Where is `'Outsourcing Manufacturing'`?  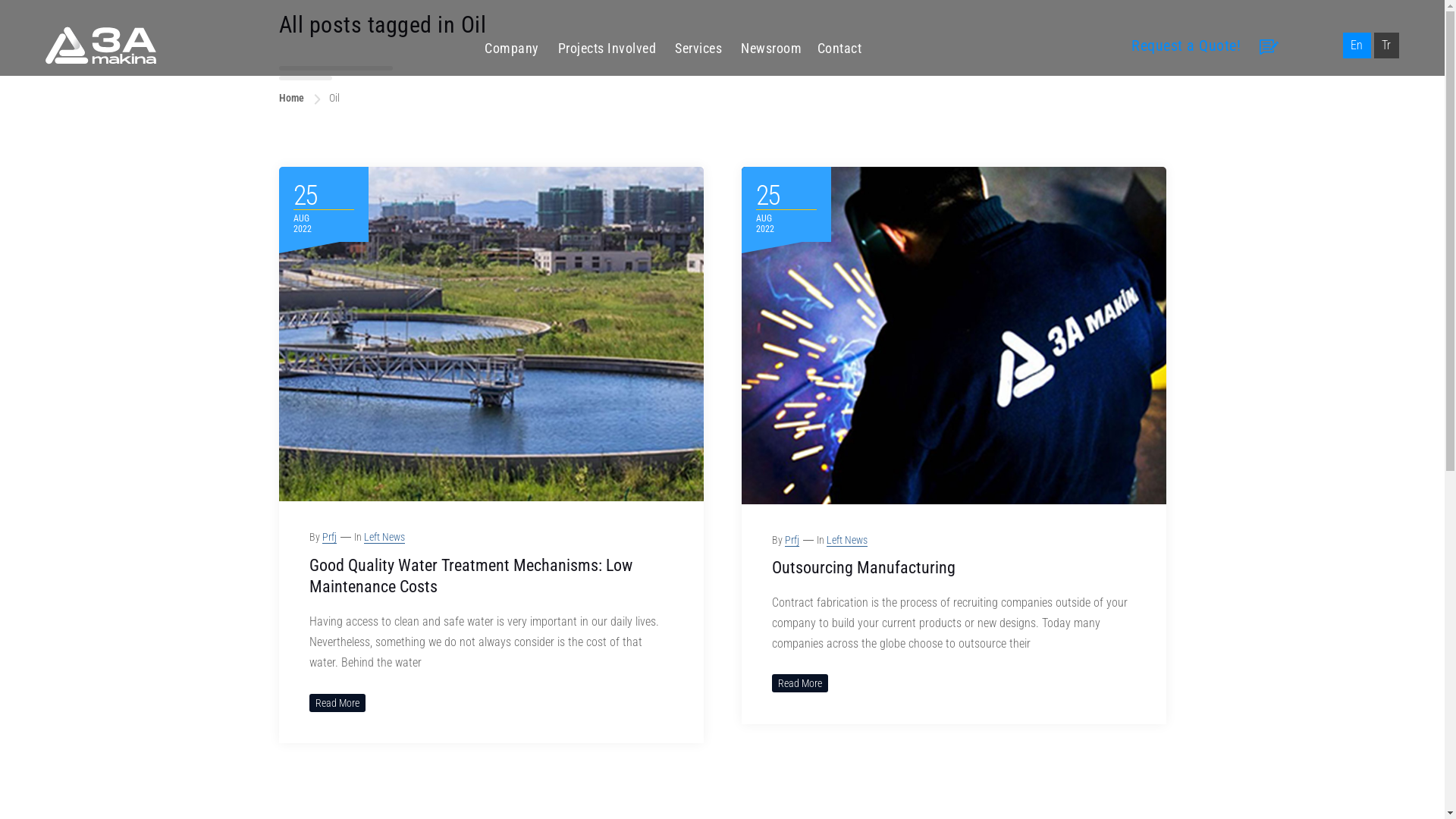 'Outsourcing Manufacturing' is located at coordinates (771, 567).